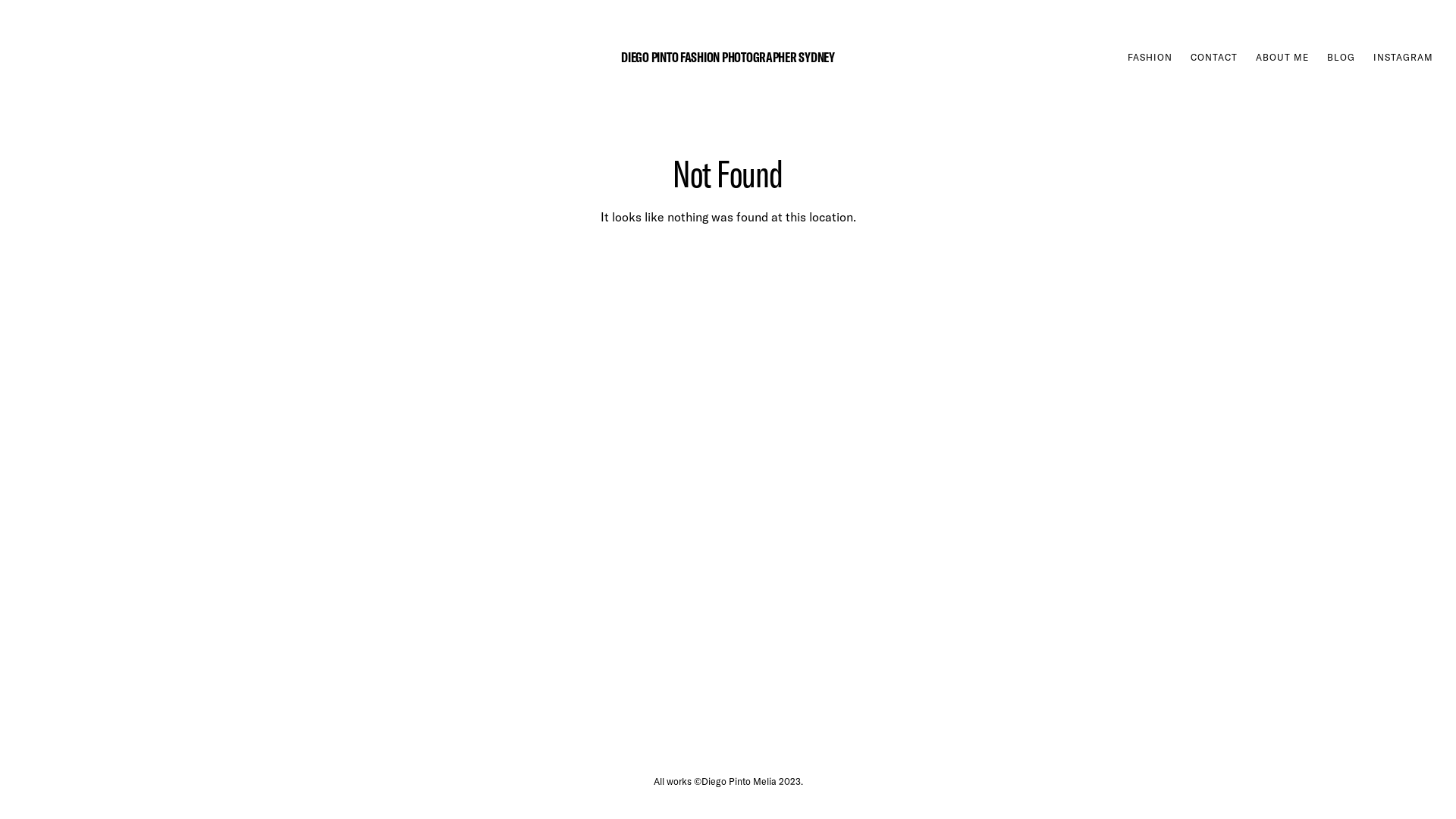  What do you see at coordinates (1281, 56) in the screenshot?
I see `'ABOUT ME'` at bounding box center [1281, 56].